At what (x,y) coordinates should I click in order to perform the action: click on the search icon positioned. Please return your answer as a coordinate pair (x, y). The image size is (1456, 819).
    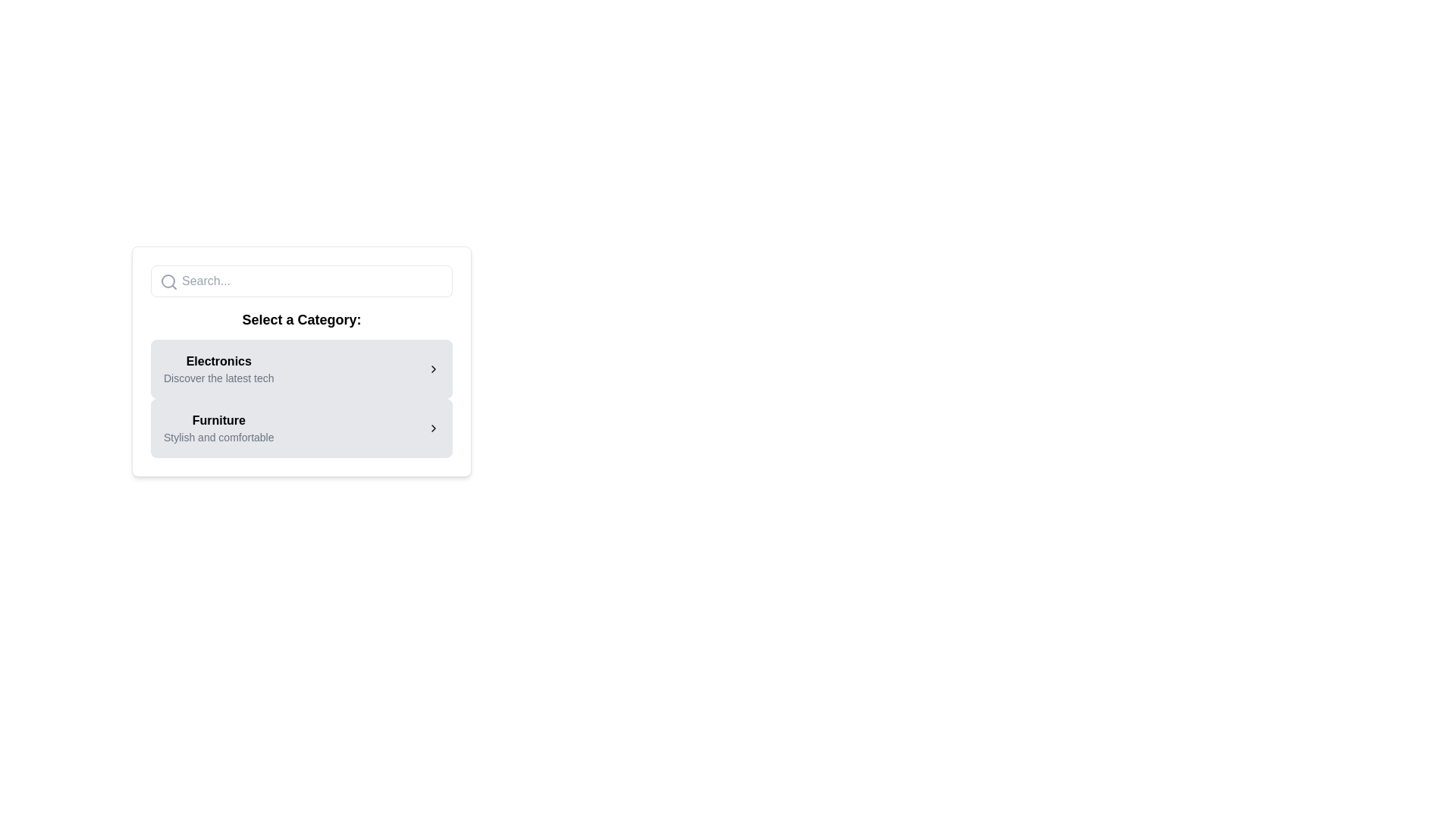
    Looking at the image, I should click on (168, 281).